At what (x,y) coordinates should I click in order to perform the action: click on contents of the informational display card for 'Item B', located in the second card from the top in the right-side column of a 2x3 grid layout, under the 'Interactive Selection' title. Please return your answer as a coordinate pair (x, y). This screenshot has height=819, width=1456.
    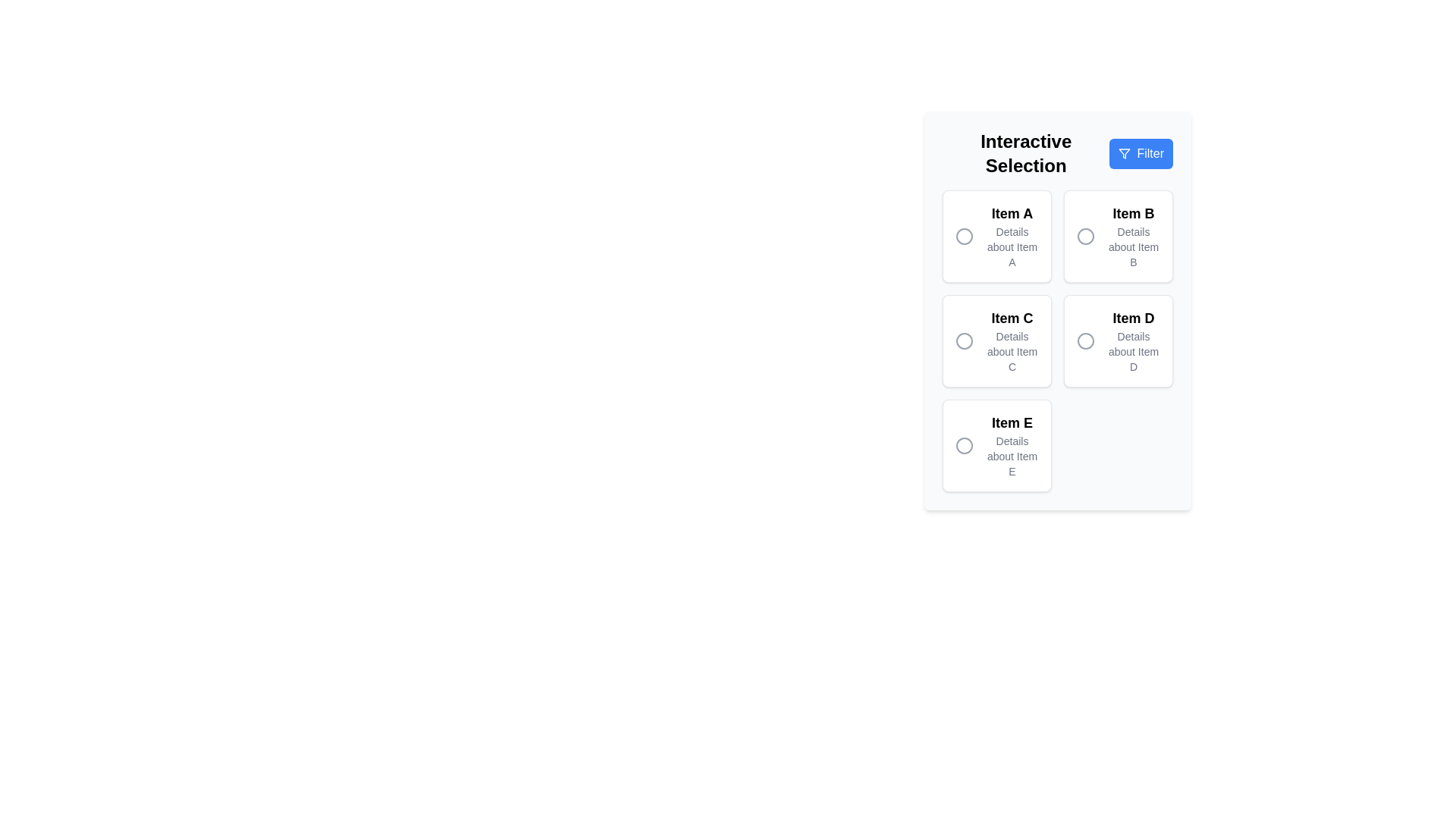
    Looking at the image, I should click on (1133, 237).